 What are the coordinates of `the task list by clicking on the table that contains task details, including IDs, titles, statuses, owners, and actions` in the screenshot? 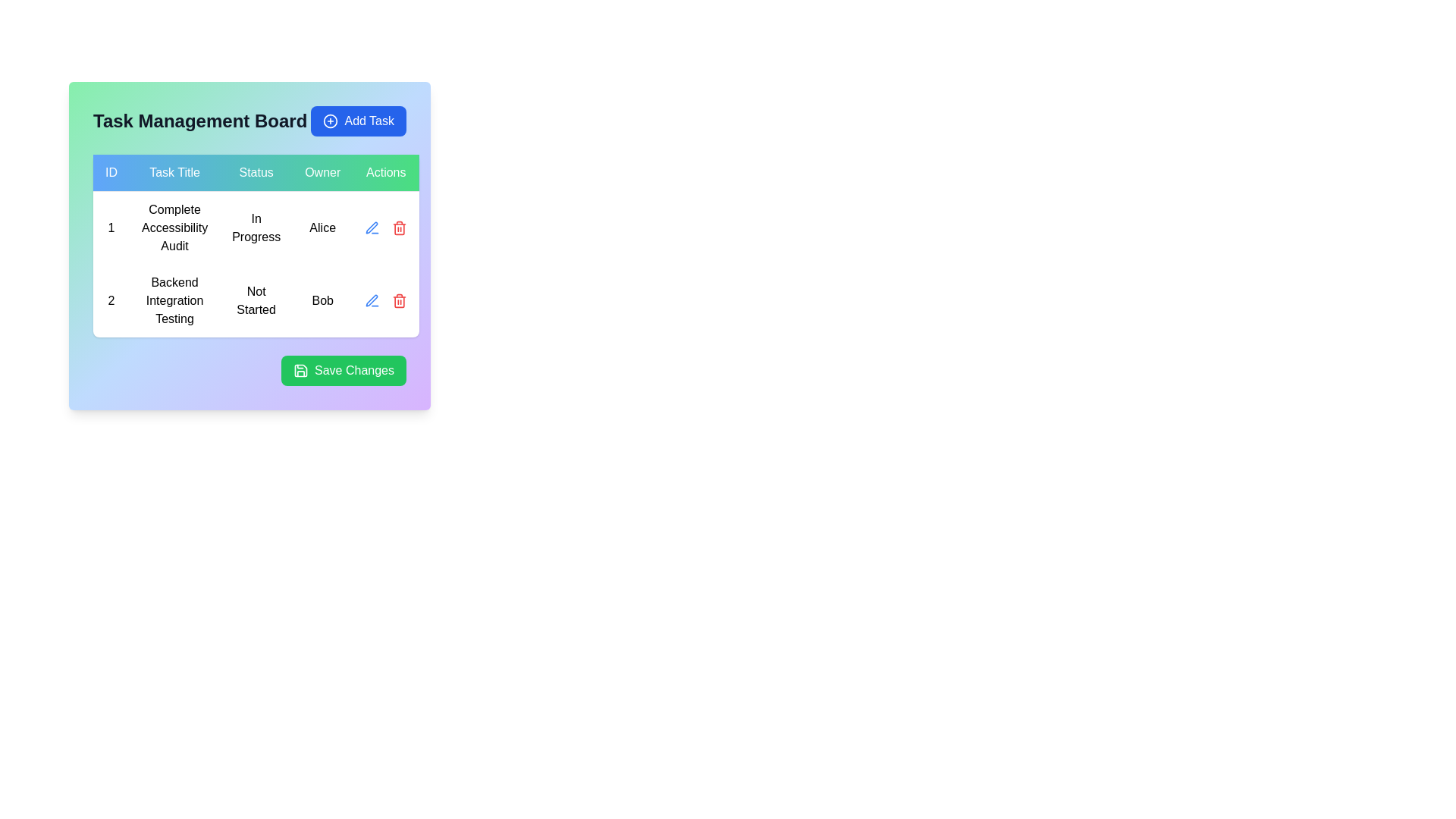 It's located at (256, 245).